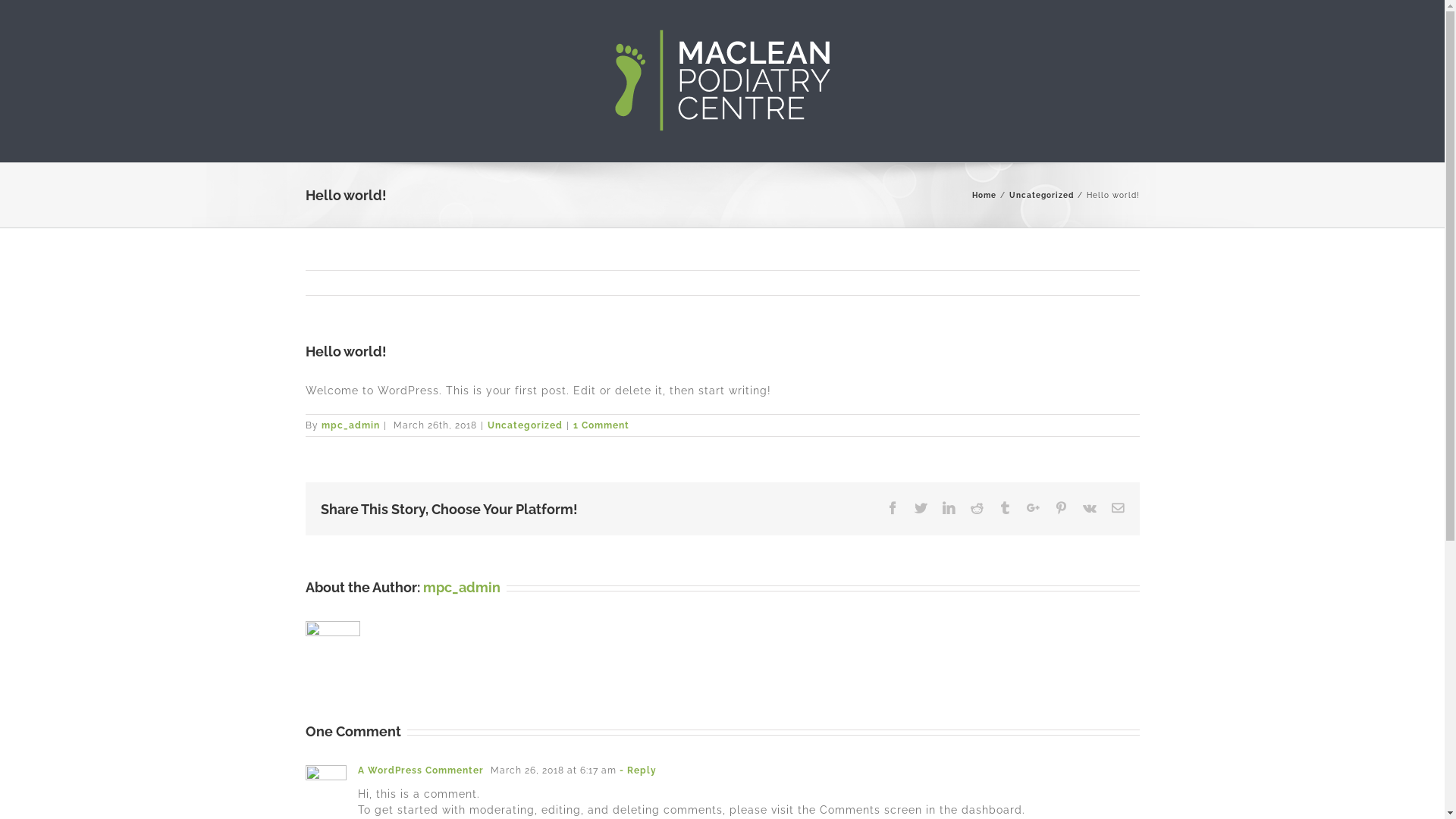  Describe the element at coordinates (461, 586) in the screenshot. I see `'mpc_admin'` at that location.